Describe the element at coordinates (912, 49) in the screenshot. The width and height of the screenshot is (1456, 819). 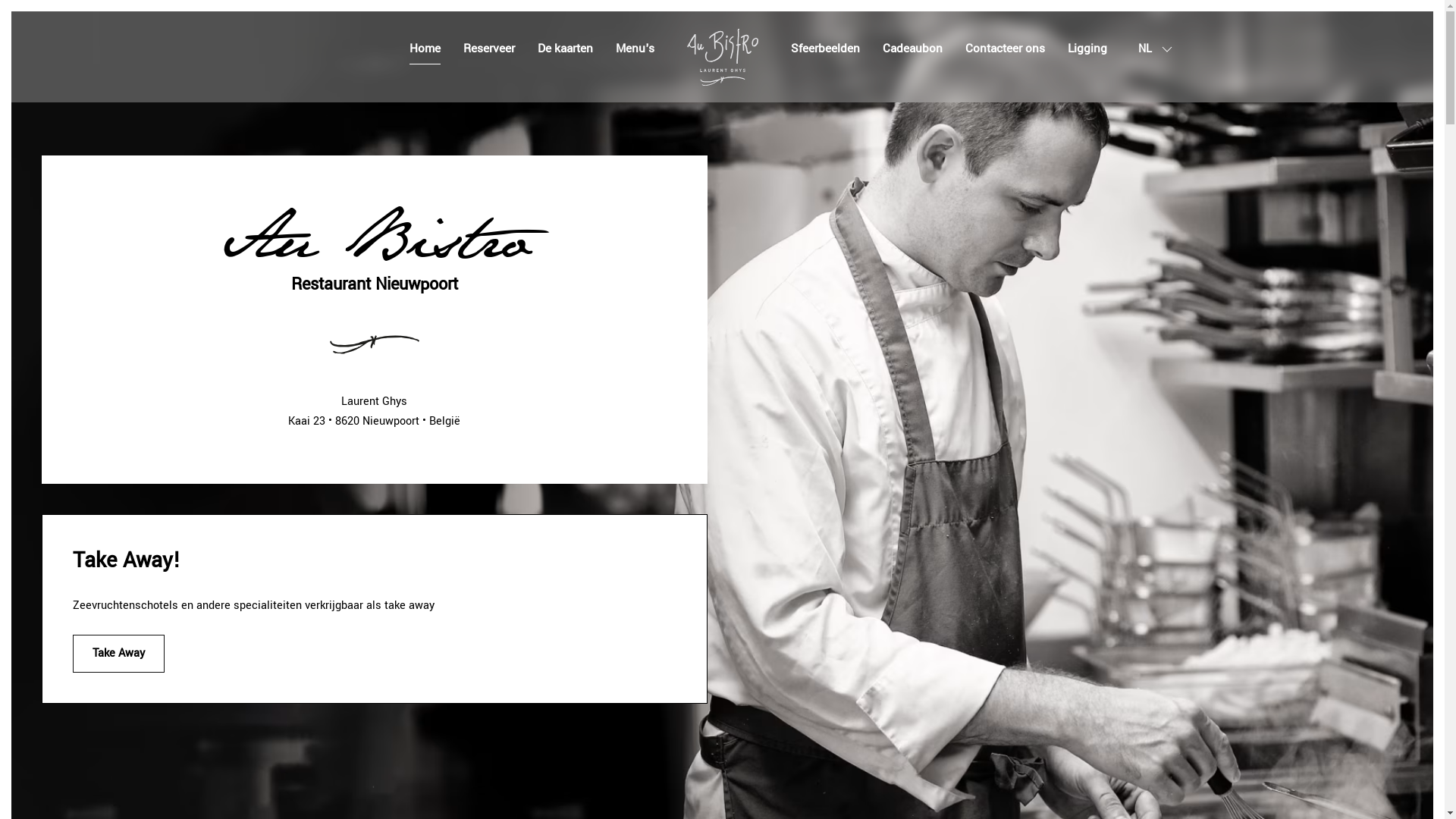
I see `'Cadeaubon'` at that location.